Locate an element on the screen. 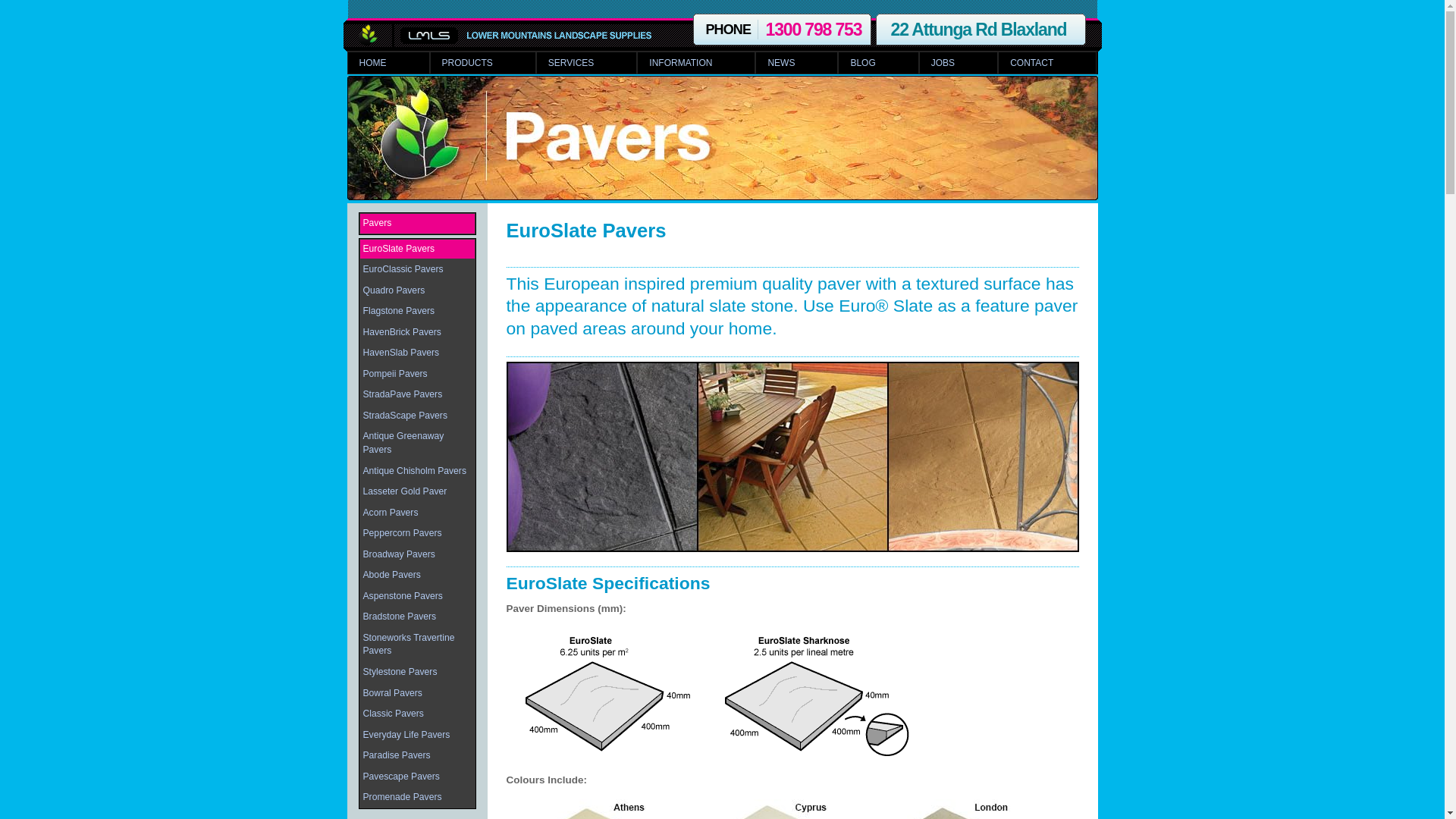 The height and width of the screenshot is (819, 1456). 'Stoneworks Travertine Pavers' is located at coordinates (416, 645).